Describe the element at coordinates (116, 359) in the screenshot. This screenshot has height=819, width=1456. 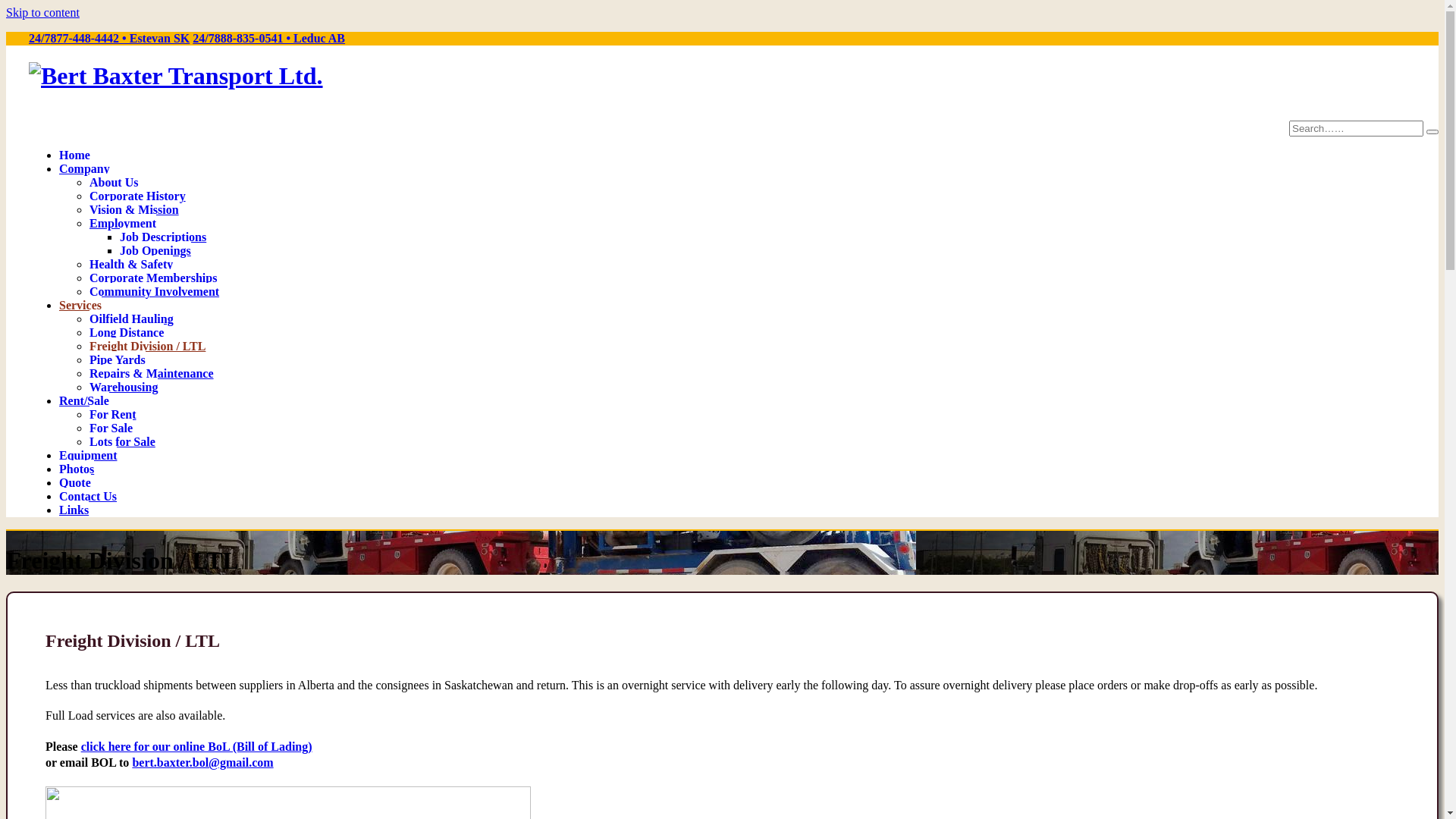
I see `'Pipe Yards'` at that location.